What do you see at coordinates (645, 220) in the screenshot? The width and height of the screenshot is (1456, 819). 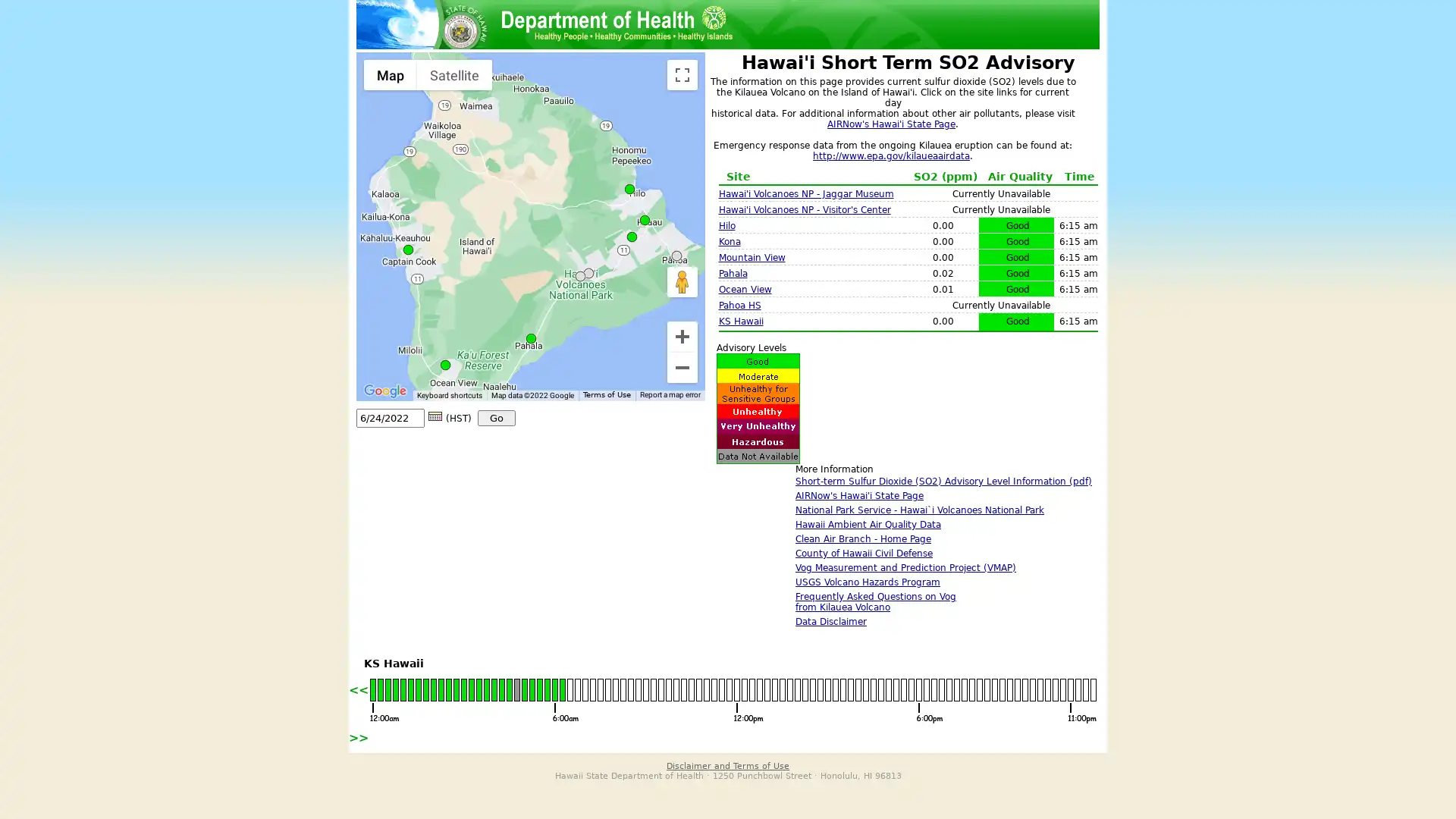 I see `KS Hawaii: SO2 0.00 ppm (Good) on 06/24 at 06:15 am` at bounding box center [645, 220].